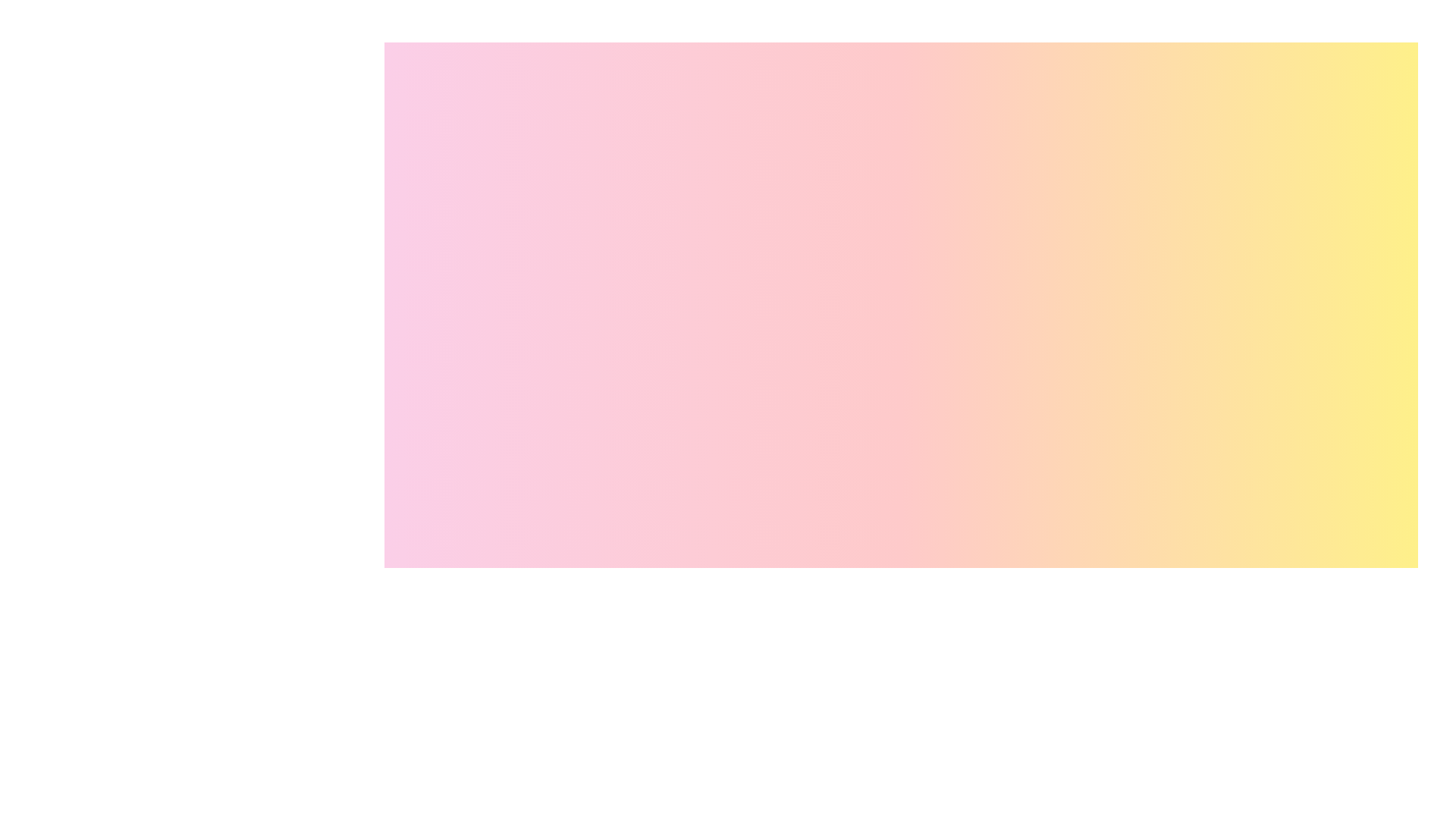  What do you see at coordinates (1371, 813) in the screenshot?
I see `the main floating action button to toggle the menu state` at bounding box center [1371, 813].